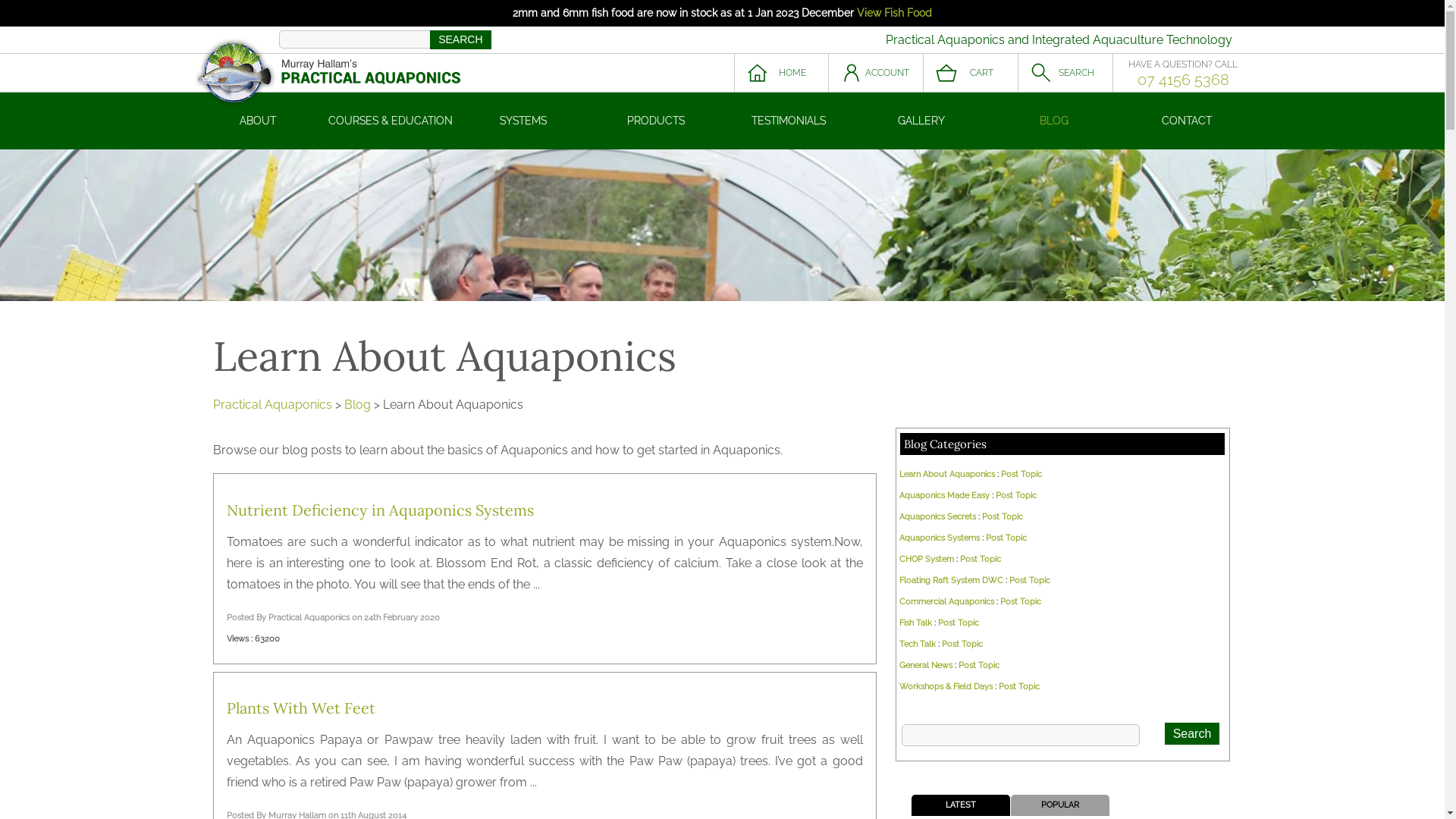  Describe the element at coordinates (1020, 601) in the screenshot. I see `'Post Topic'` at that location.